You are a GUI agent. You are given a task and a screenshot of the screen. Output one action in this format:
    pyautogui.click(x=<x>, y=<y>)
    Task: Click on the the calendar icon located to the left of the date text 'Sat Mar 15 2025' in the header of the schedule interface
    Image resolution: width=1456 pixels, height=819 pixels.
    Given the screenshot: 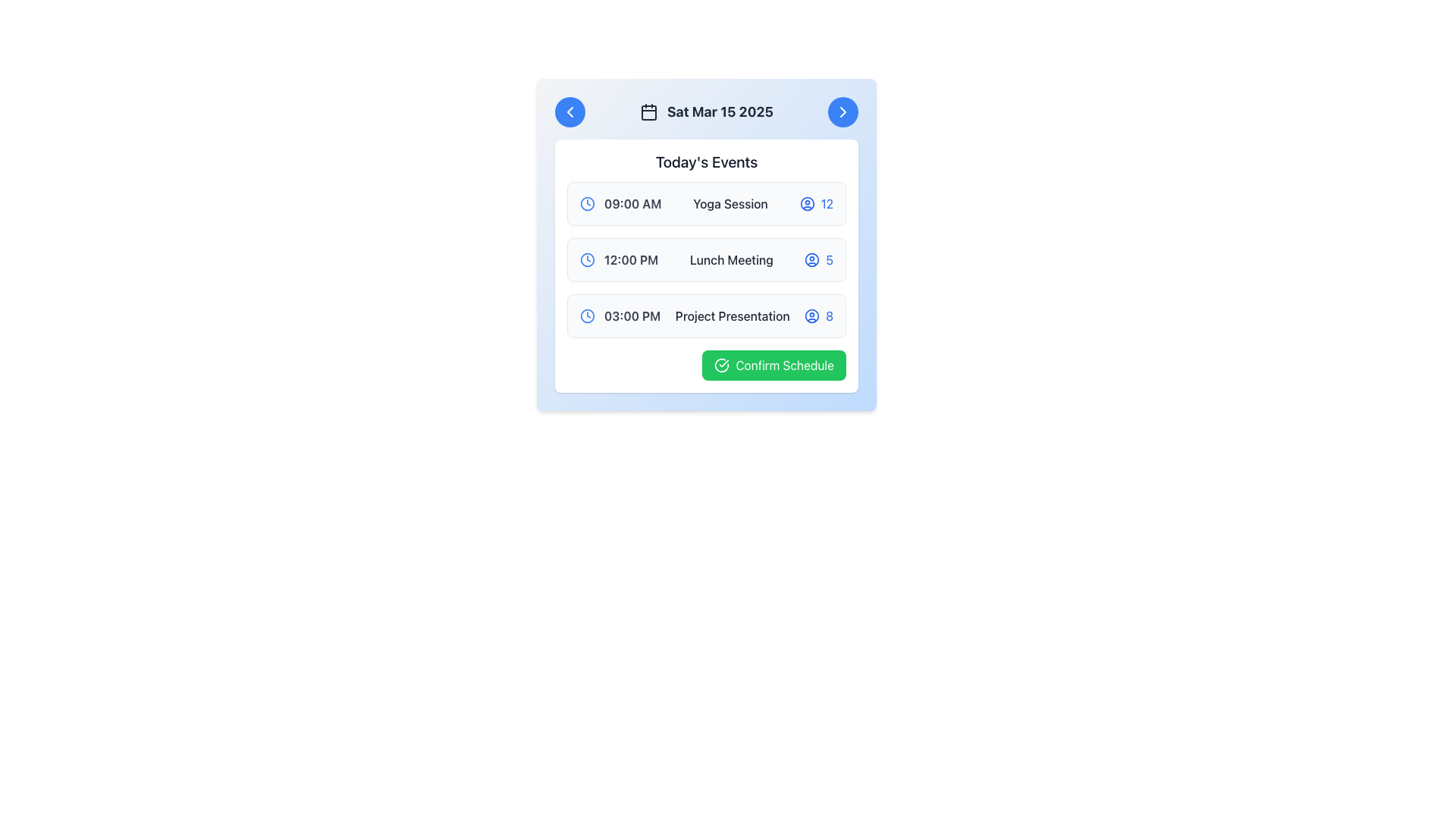 What is the action you would take?
    pyautogui.click(x=648, y=111)
    